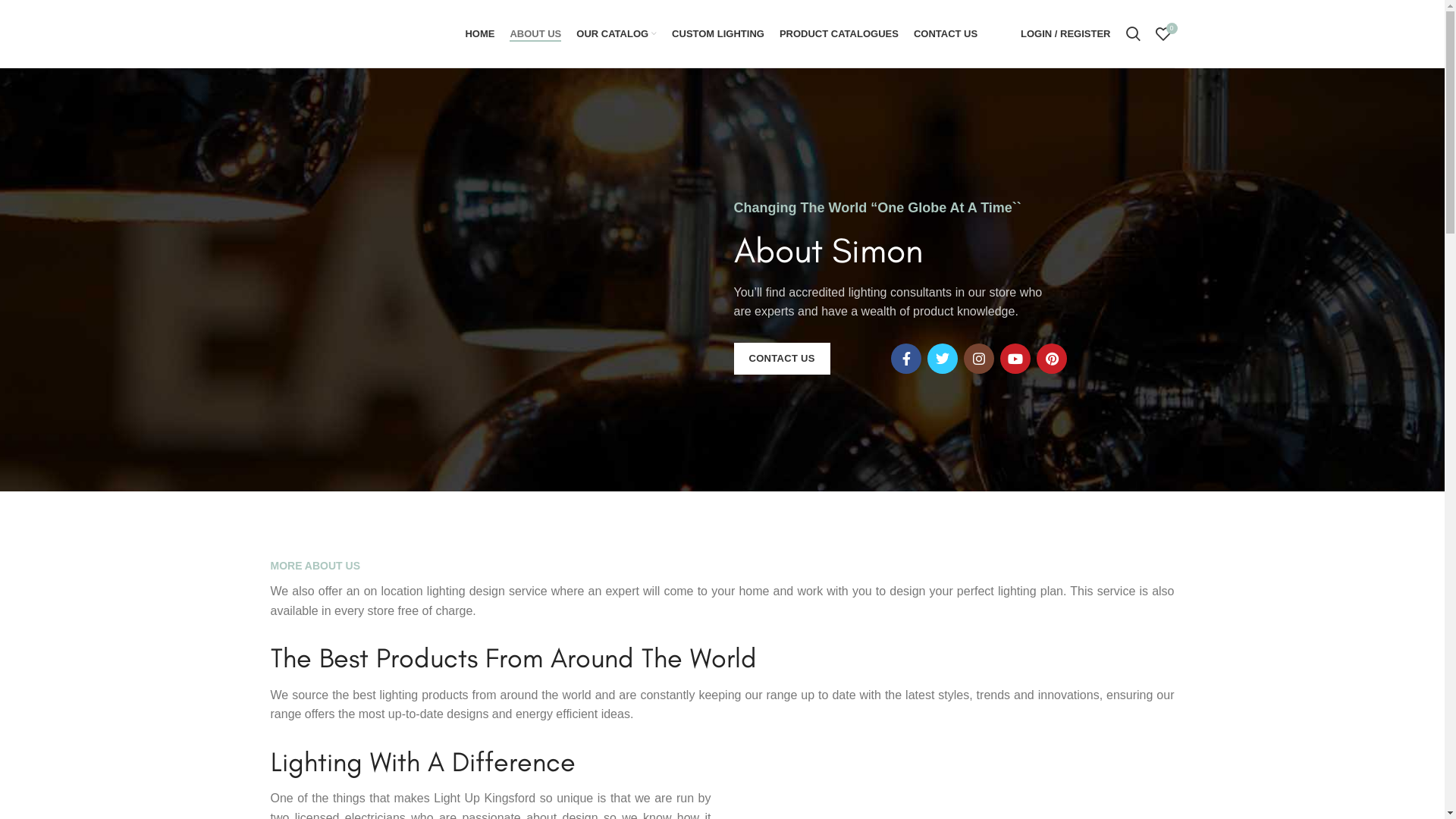  Describe the element at coordinates (717, 33) in the screenshot. I see `'CUSTOM LIGHTING'` at that location.